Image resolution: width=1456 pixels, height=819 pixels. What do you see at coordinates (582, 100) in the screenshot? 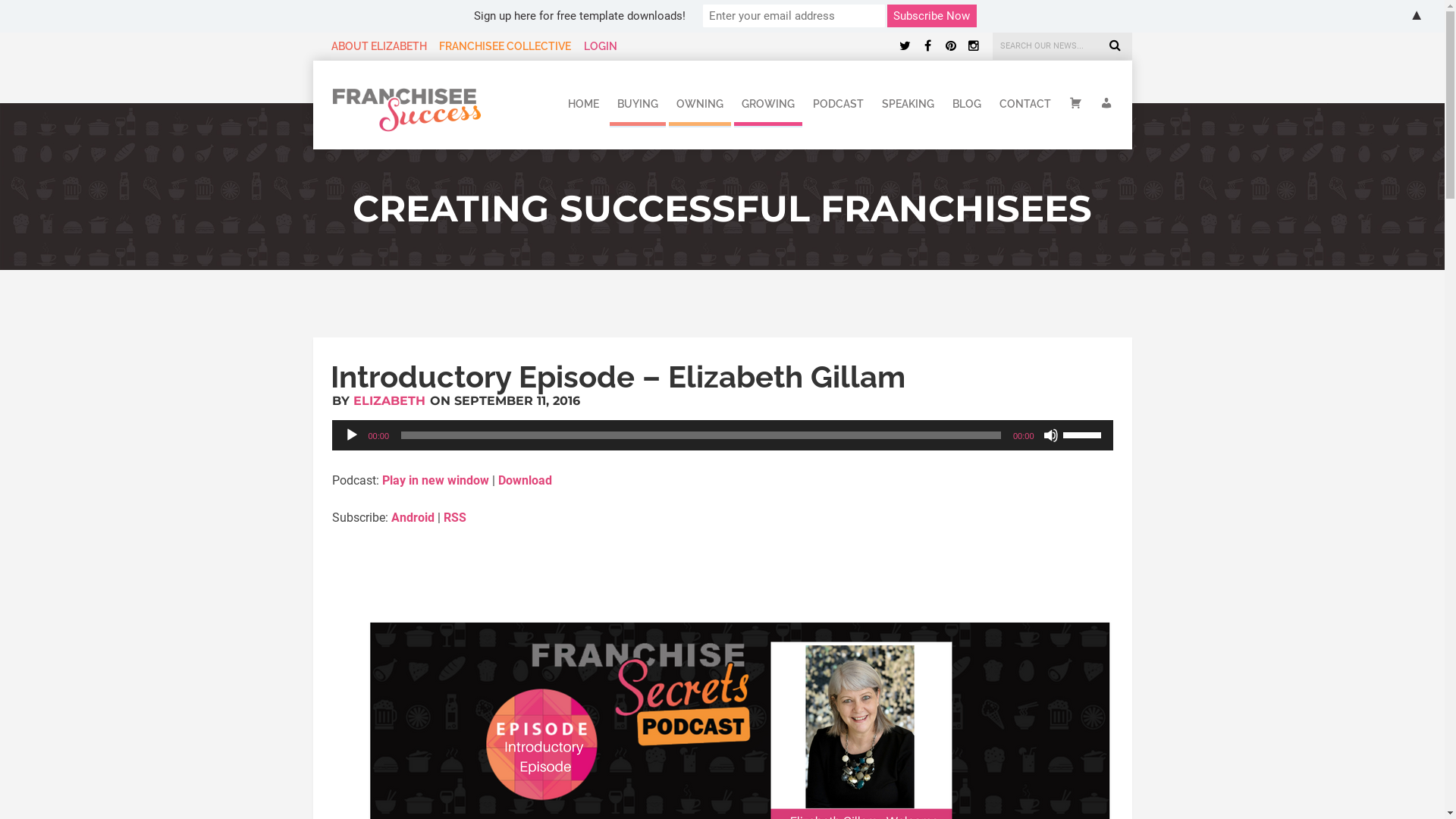
I see `'HOME'` at bounding box center [582, 100].